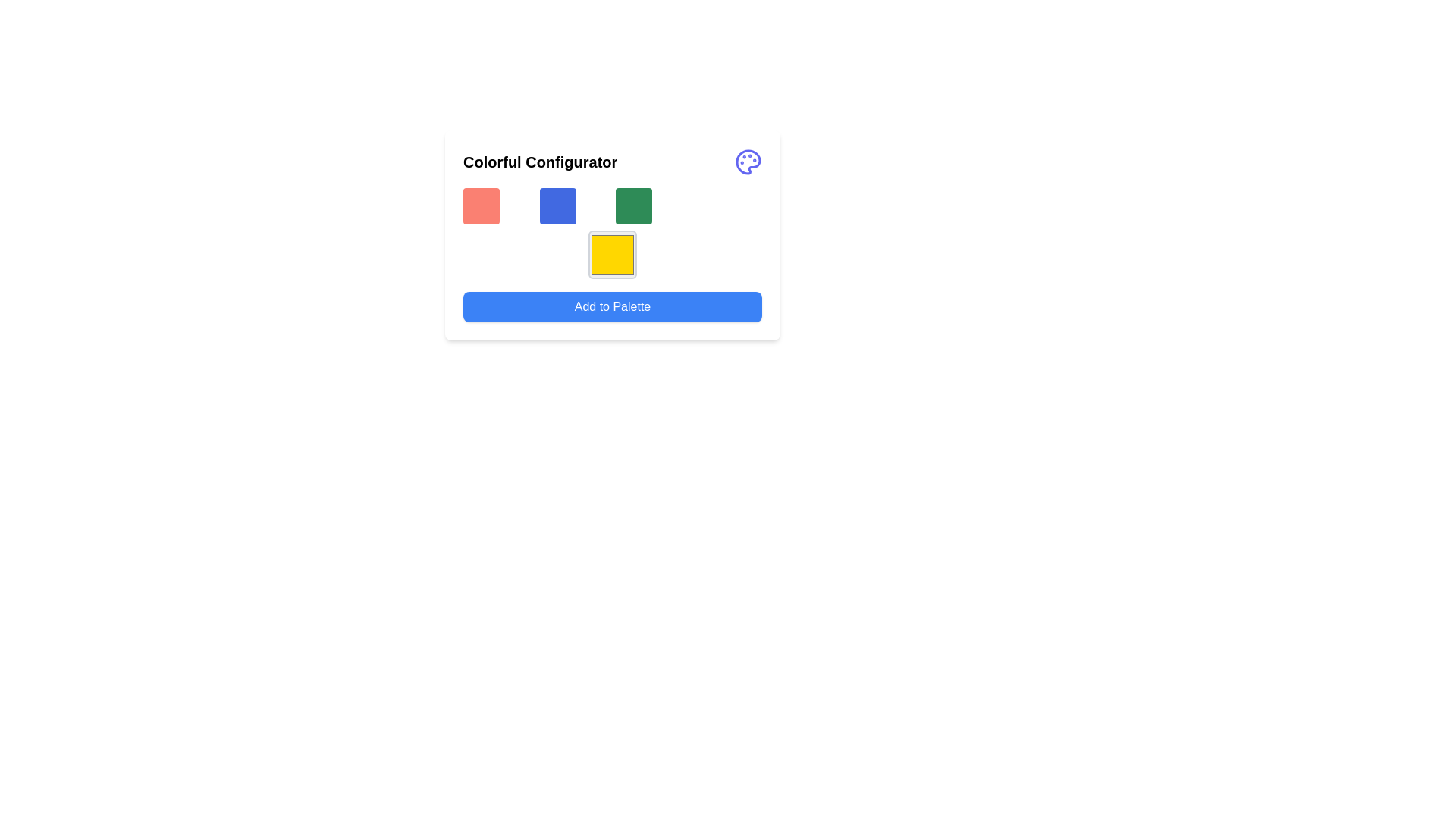  What do you see at coordinates (612, 307) in the screenshot?
I see `the button at the bottom of the 'Colorful Configurator' card to change its shade` at bounding box center [612, 307].